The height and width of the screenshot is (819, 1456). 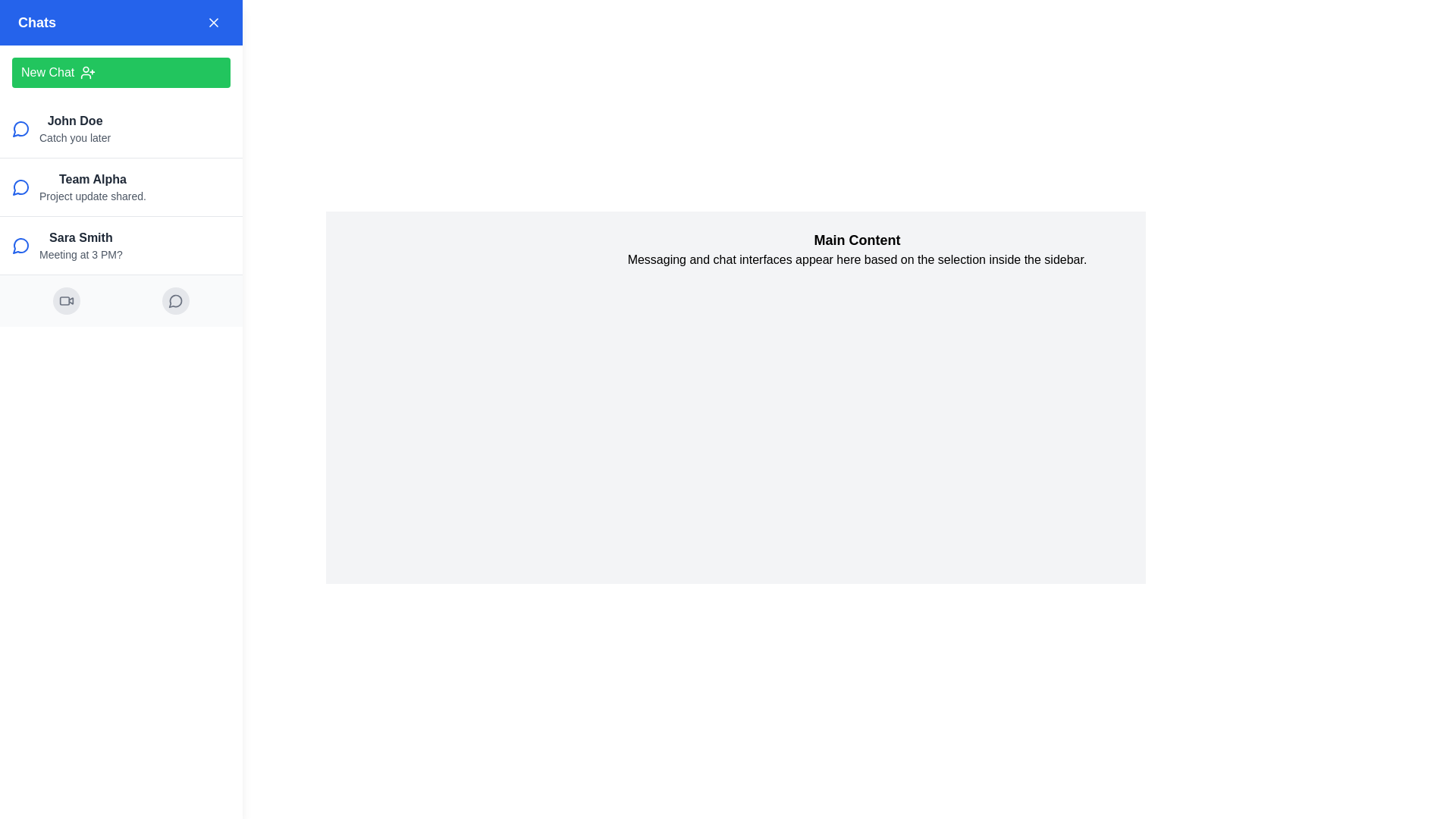 What do you see at coordinates (21, 127) in the screenshot?
I see `the conversation icon (SVG) located in the sidebar chat area, positioned to the left of the 'John DoeCatch you later' text group` at bounding box center [21, 127].